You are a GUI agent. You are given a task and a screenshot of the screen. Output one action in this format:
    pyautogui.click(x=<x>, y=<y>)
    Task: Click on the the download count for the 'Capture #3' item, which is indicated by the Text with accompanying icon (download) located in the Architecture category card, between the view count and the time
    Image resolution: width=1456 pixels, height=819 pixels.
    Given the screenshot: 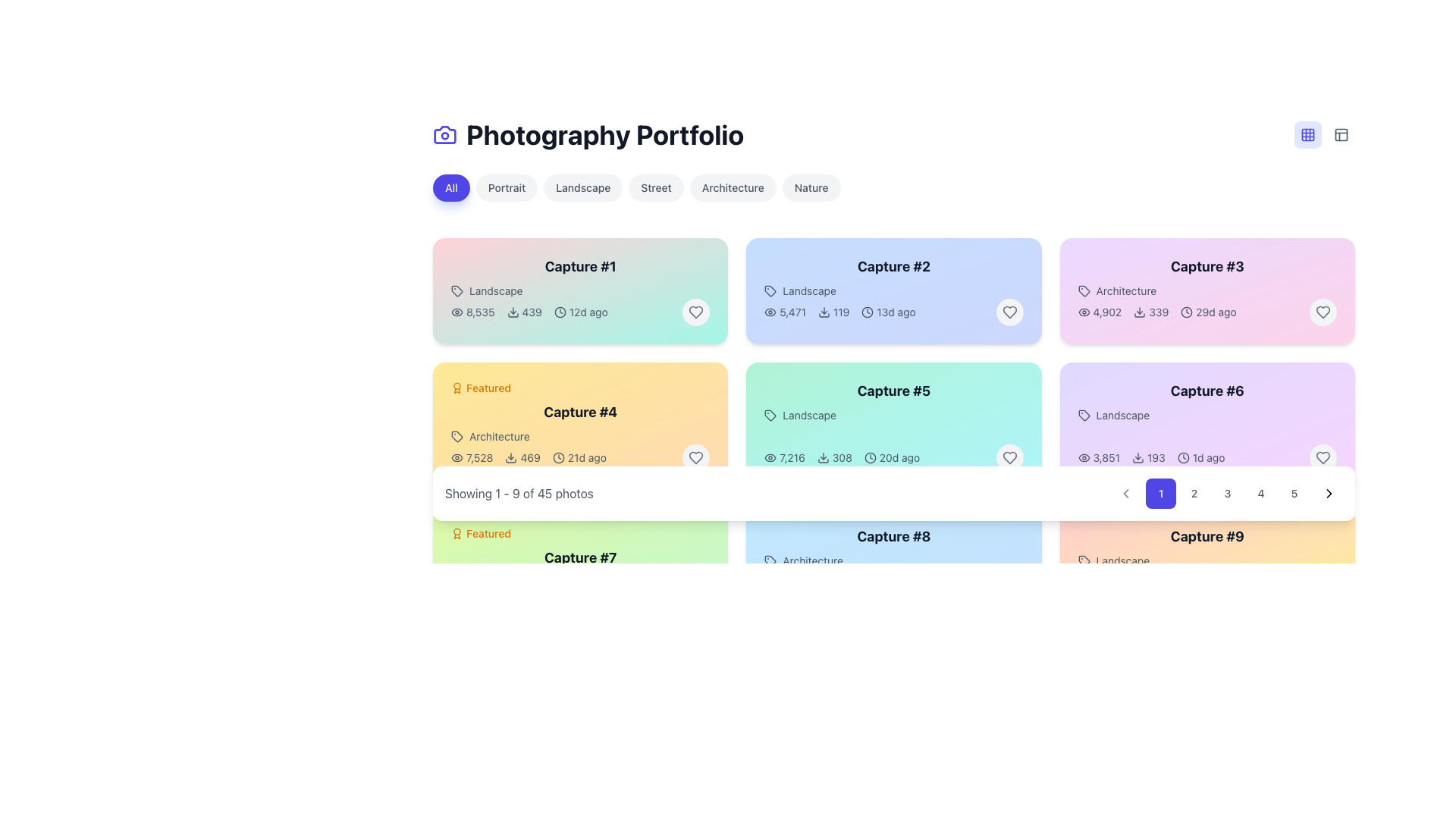 What is the action you would take?
    pyautogui.click(x=1150, y=312)
    